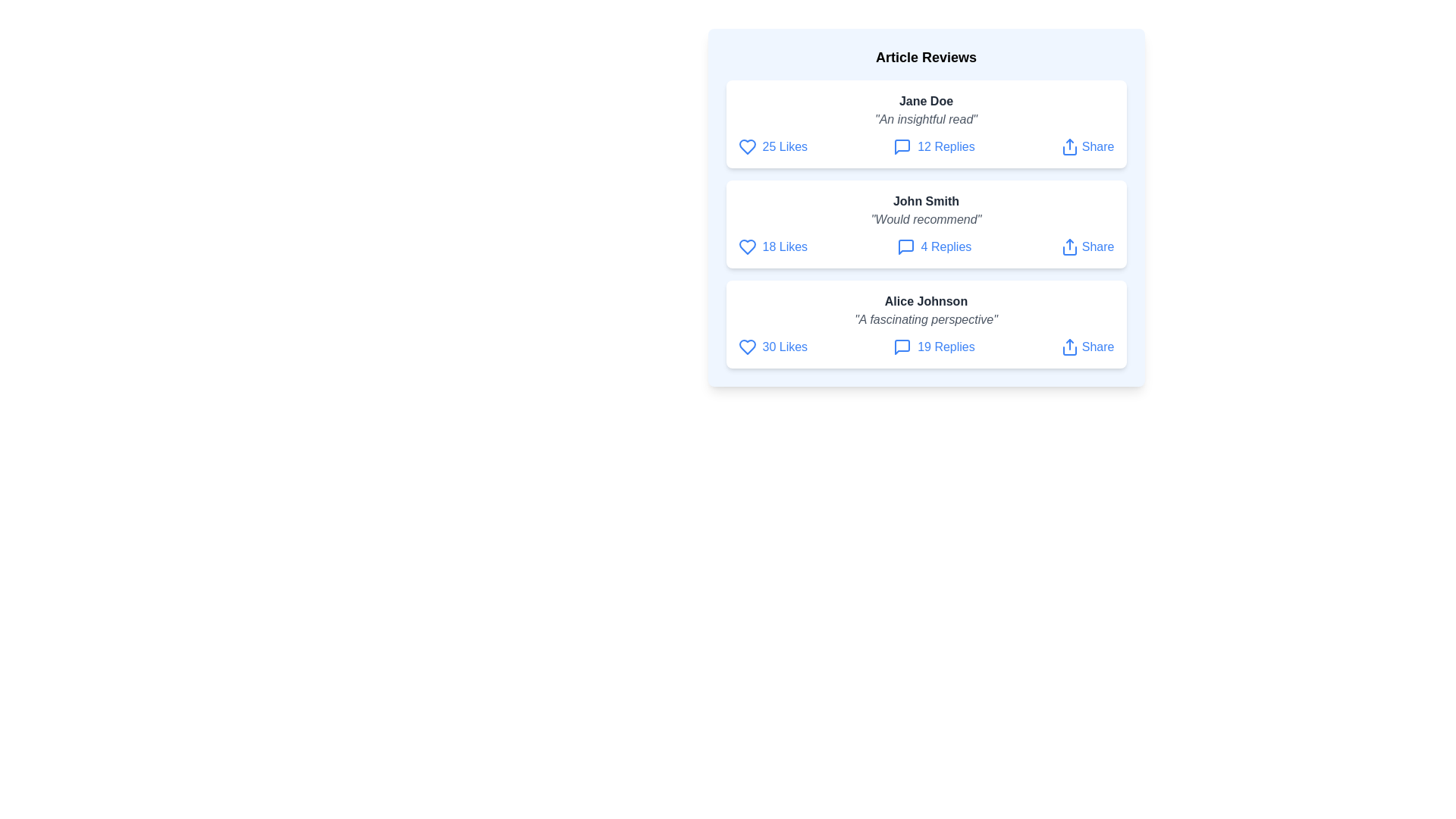 The height and width of the screenshot is (819, 1456). What do you see at coordinates (925, 309) in the screenshot?
I see `the review text of Alice Johnson` at bounding box center [925, 309].